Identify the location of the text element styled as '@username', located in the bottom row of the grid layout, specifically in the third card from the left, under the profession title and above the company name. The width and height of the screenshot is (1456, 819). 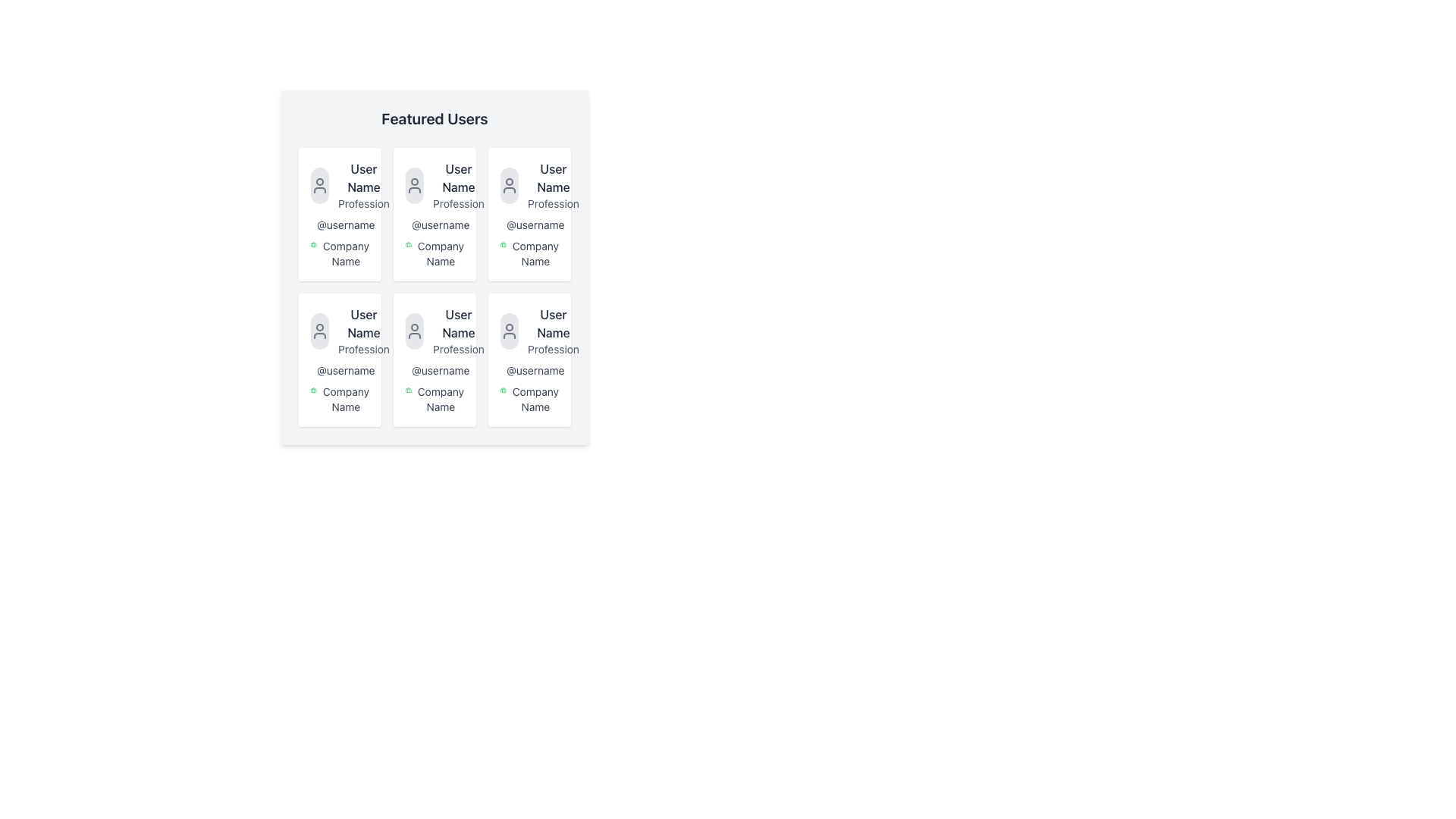
(535, 371).